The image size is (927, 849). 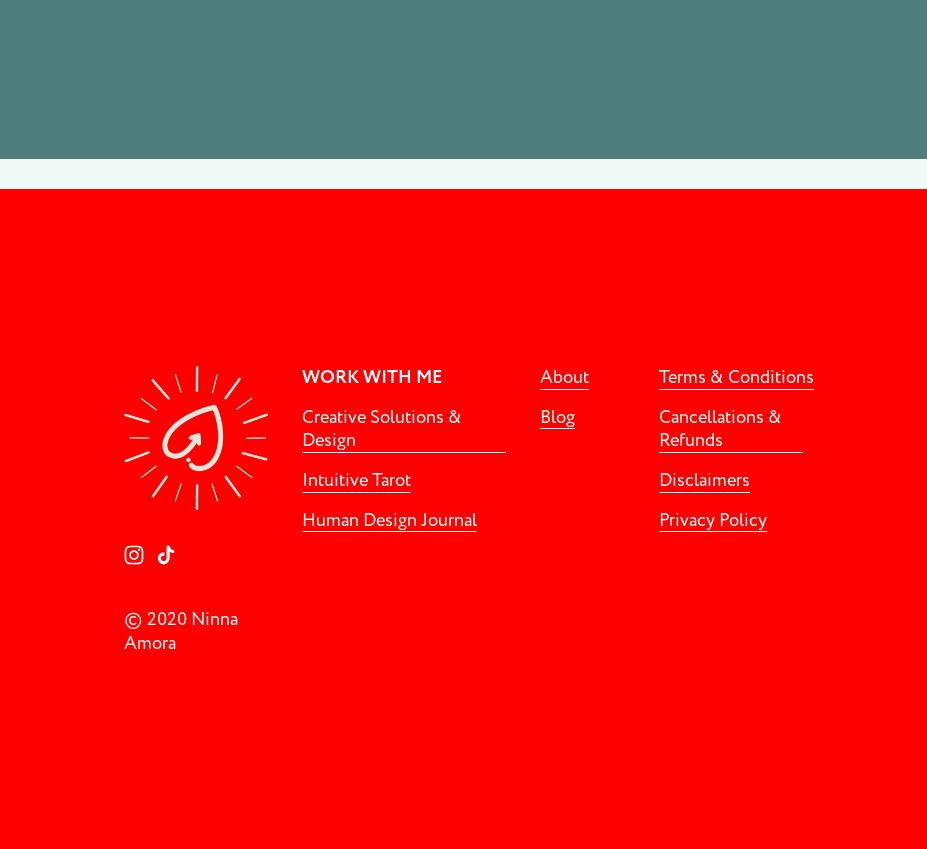 I want to click on 'WORK WITH ME', so click(x=371, y=377).